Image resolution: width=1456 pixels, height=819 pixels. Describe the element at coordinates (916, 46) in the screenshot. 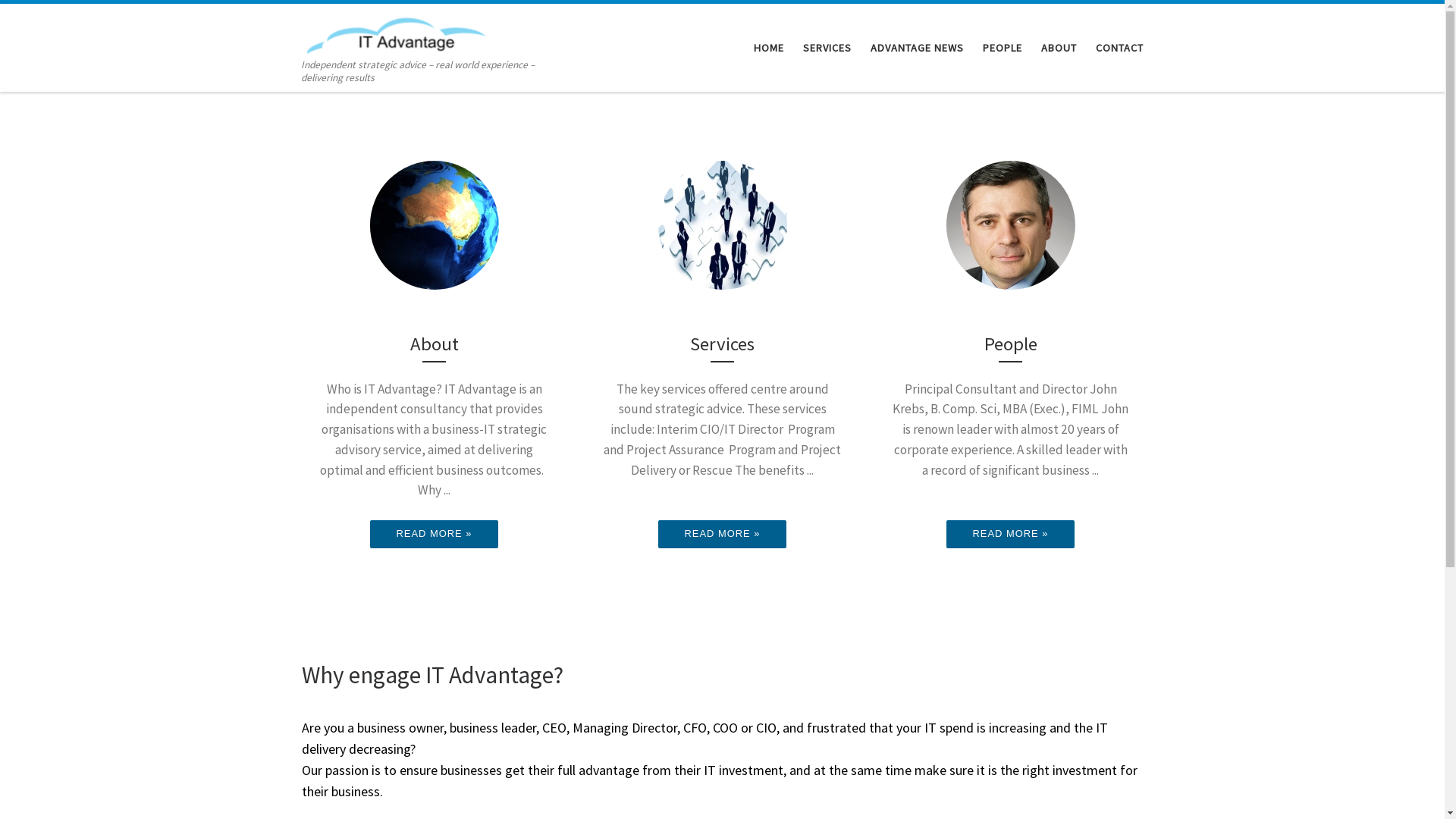

I see `'ADVANTAGE NEWS'` at that location.